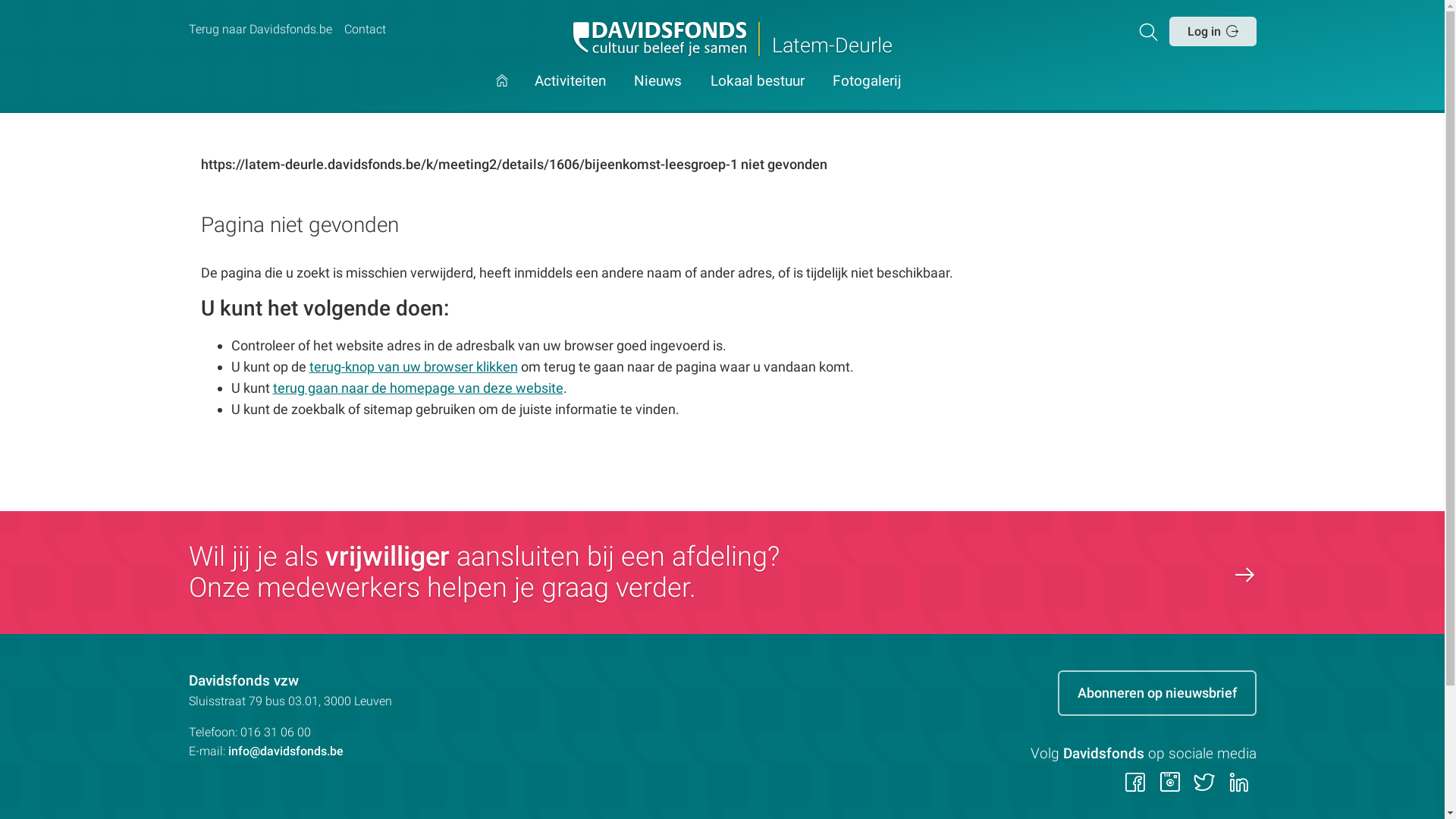  Describe the element at coordinates (1168, 31) in the screenshot. I see `'Log in'` at that location.